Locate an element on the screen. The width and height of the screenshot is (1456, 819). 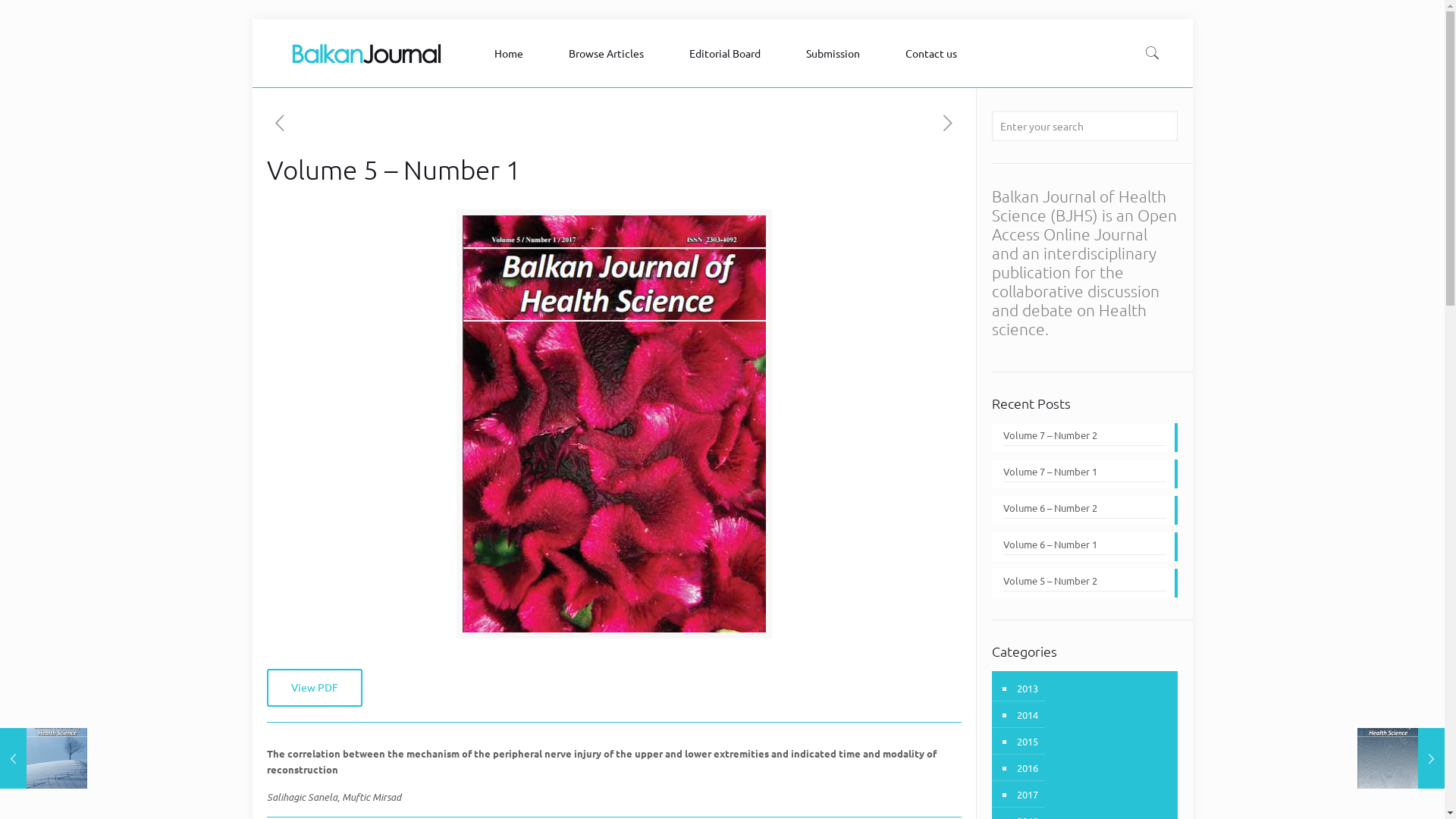
'View PDF' is located at coordinates (266, 687).